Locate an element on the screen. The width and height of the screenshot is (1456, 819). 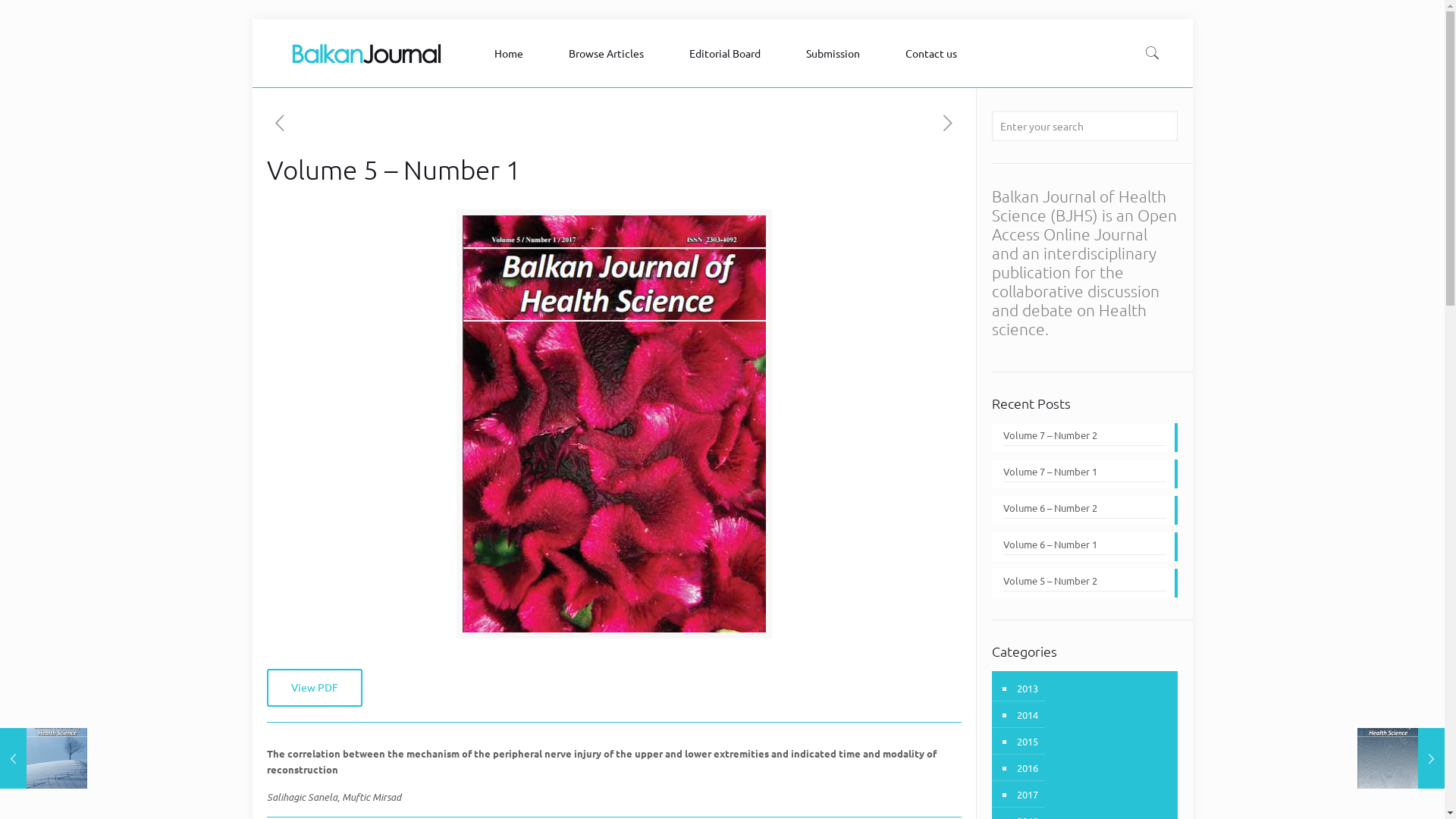
'View PDF' is located at coordinates (266, 687).